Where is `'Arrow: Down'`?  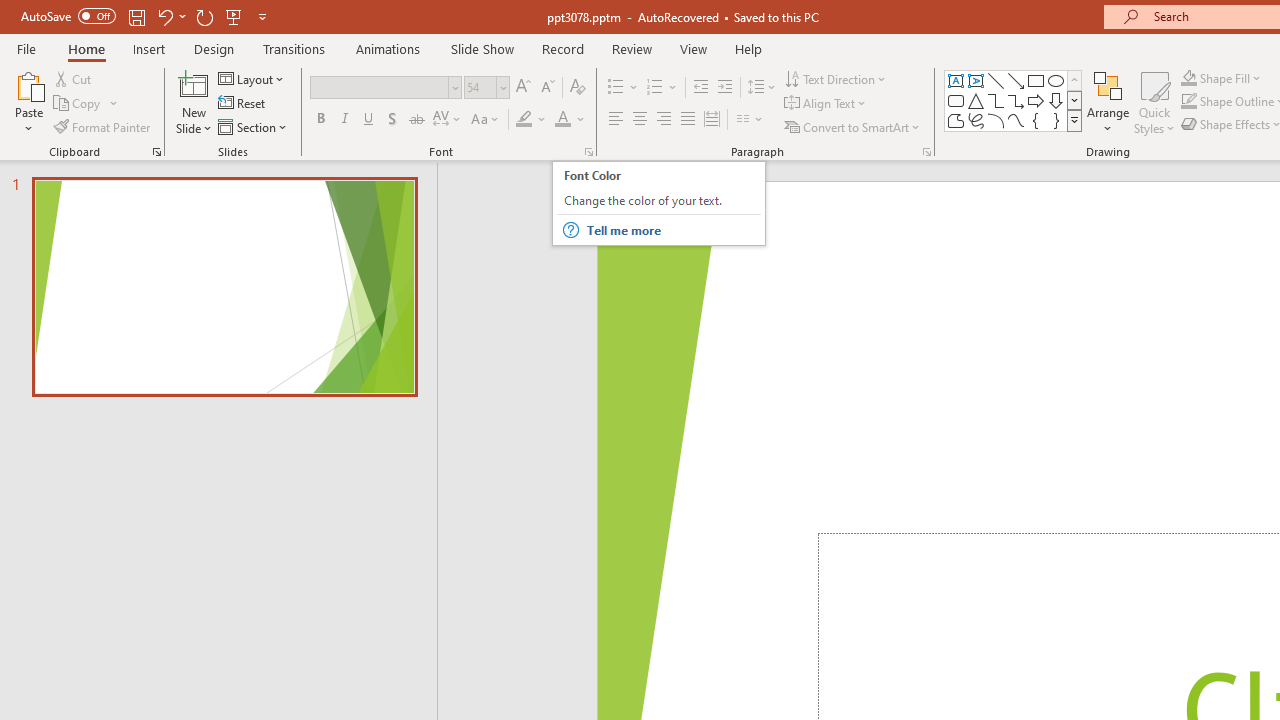
'Arrow: Down' is located at coordinates (1055, 100).